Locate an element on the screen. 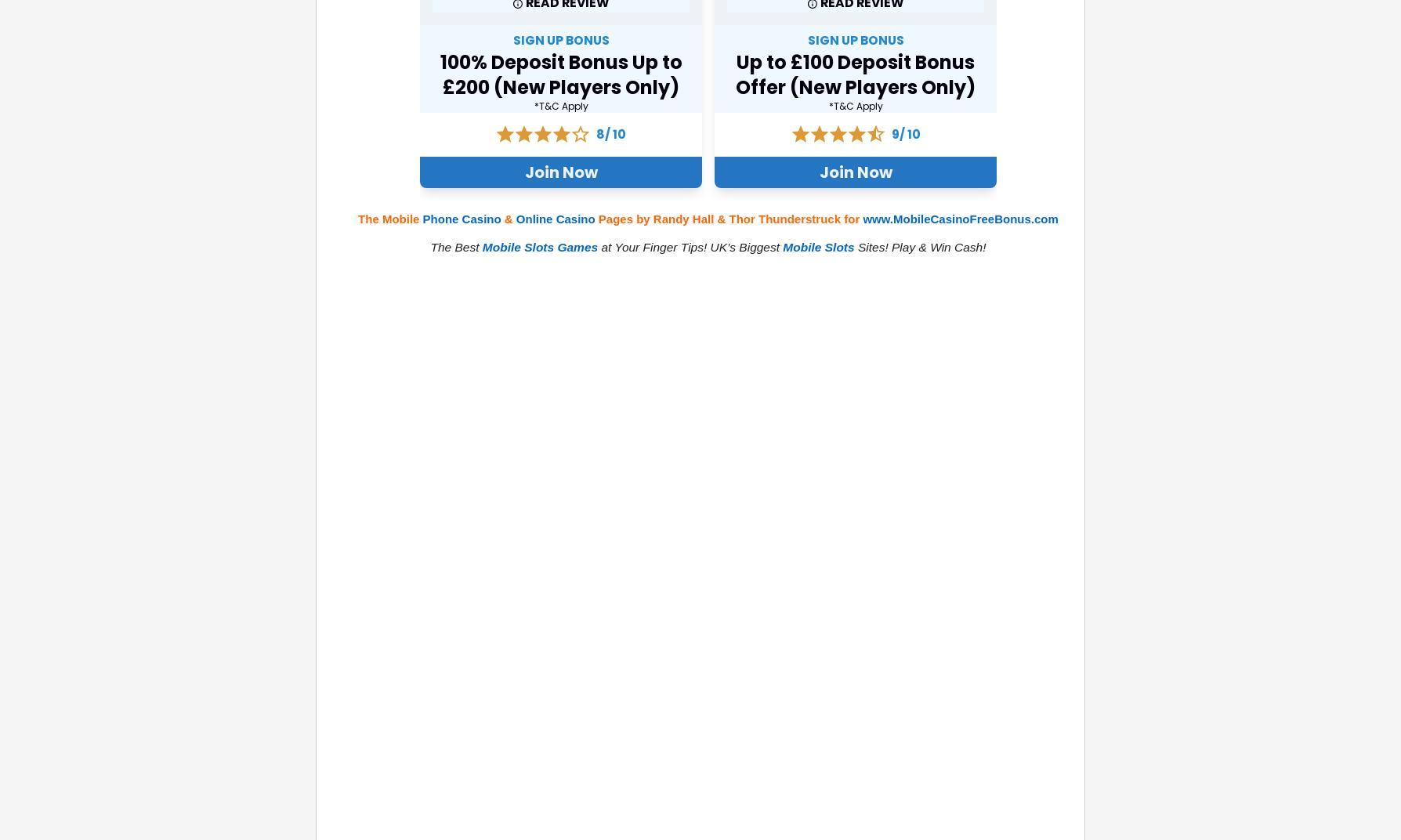 This screenshot has width=1401, height=840. 'Phone Casino' is located at coordinates (461, 218).